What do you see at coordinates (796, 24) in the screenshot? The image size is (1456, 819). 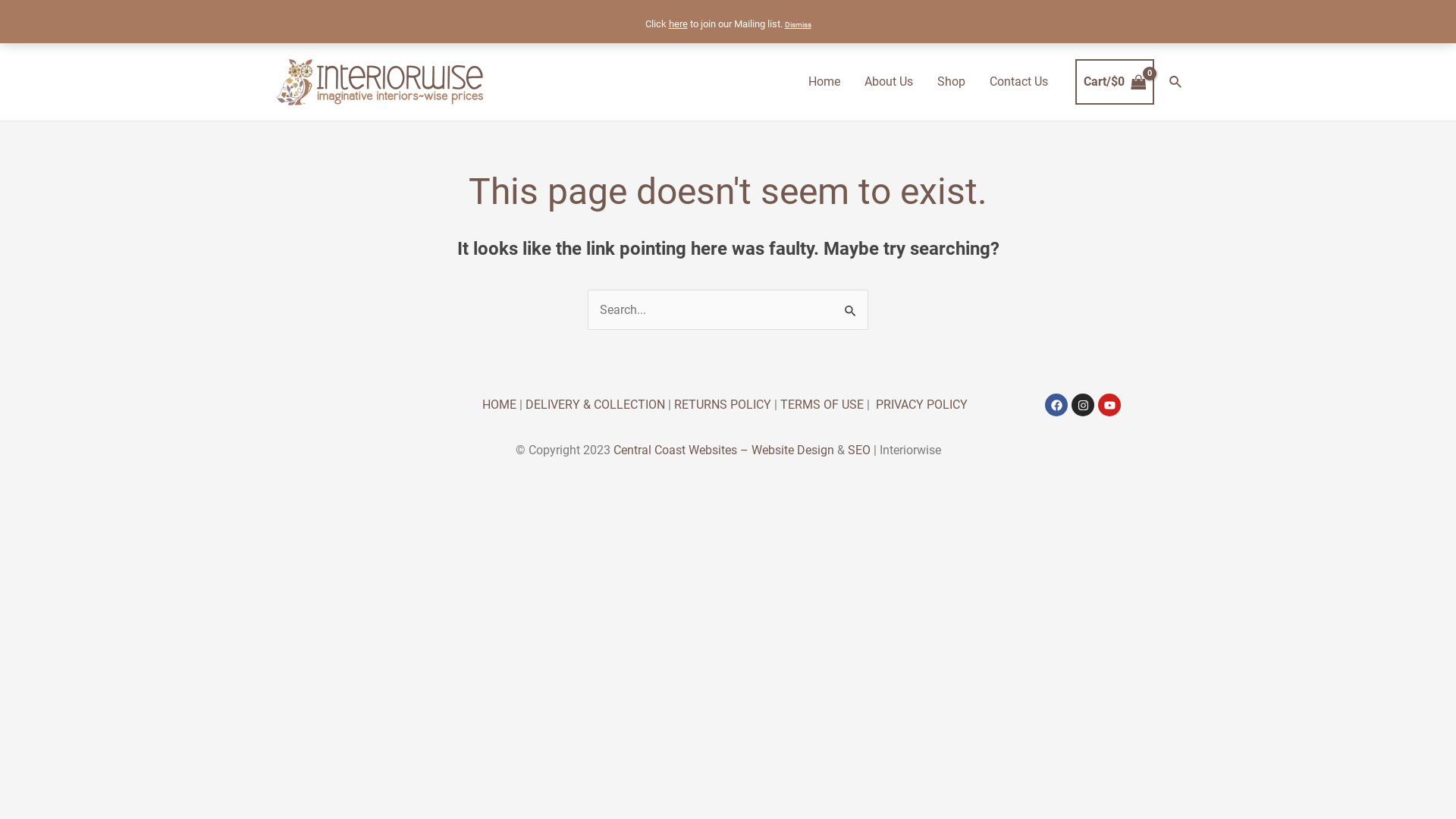 I see `'Dismiss'` at bounding box center [796, 24].